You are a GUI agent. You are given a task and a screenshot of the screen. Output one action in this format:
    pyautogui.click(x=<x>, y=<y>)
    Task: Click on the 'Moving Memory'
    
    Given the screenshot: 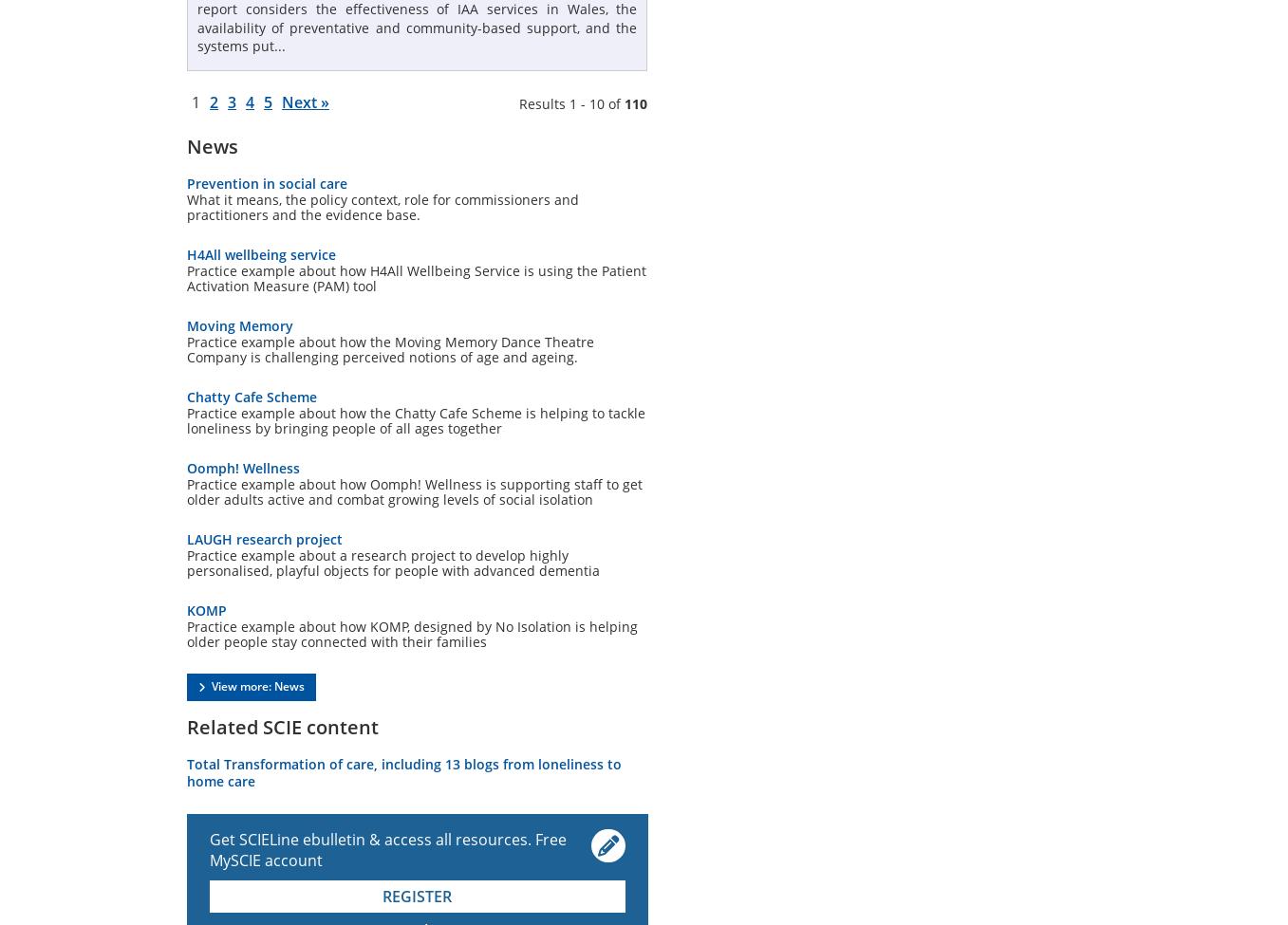 What is the action you would take?
    pyautogui.click(x=238, y=324)
    